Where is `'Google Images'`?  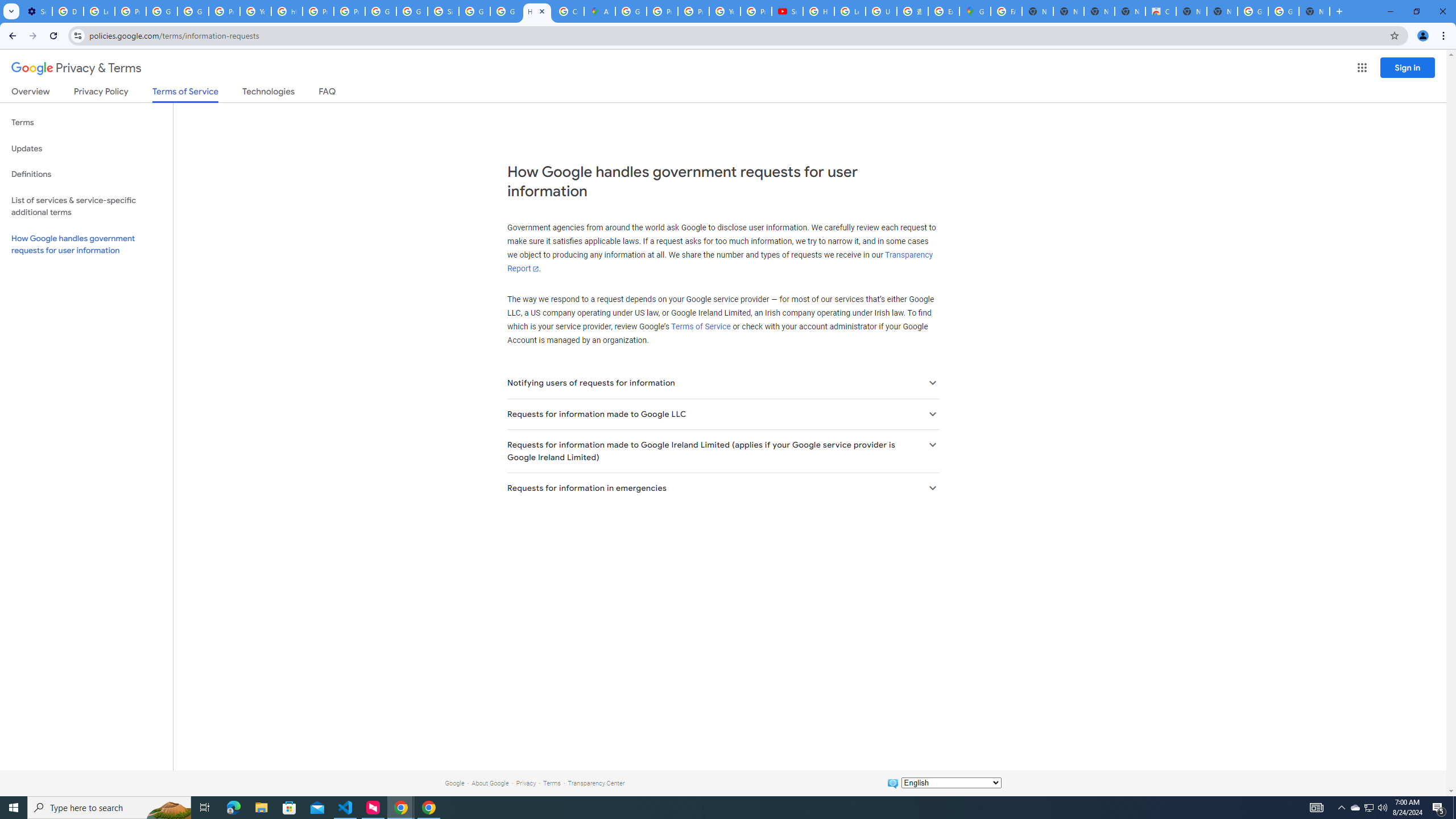 'Google Images' is located at coordinates (1284, 11).